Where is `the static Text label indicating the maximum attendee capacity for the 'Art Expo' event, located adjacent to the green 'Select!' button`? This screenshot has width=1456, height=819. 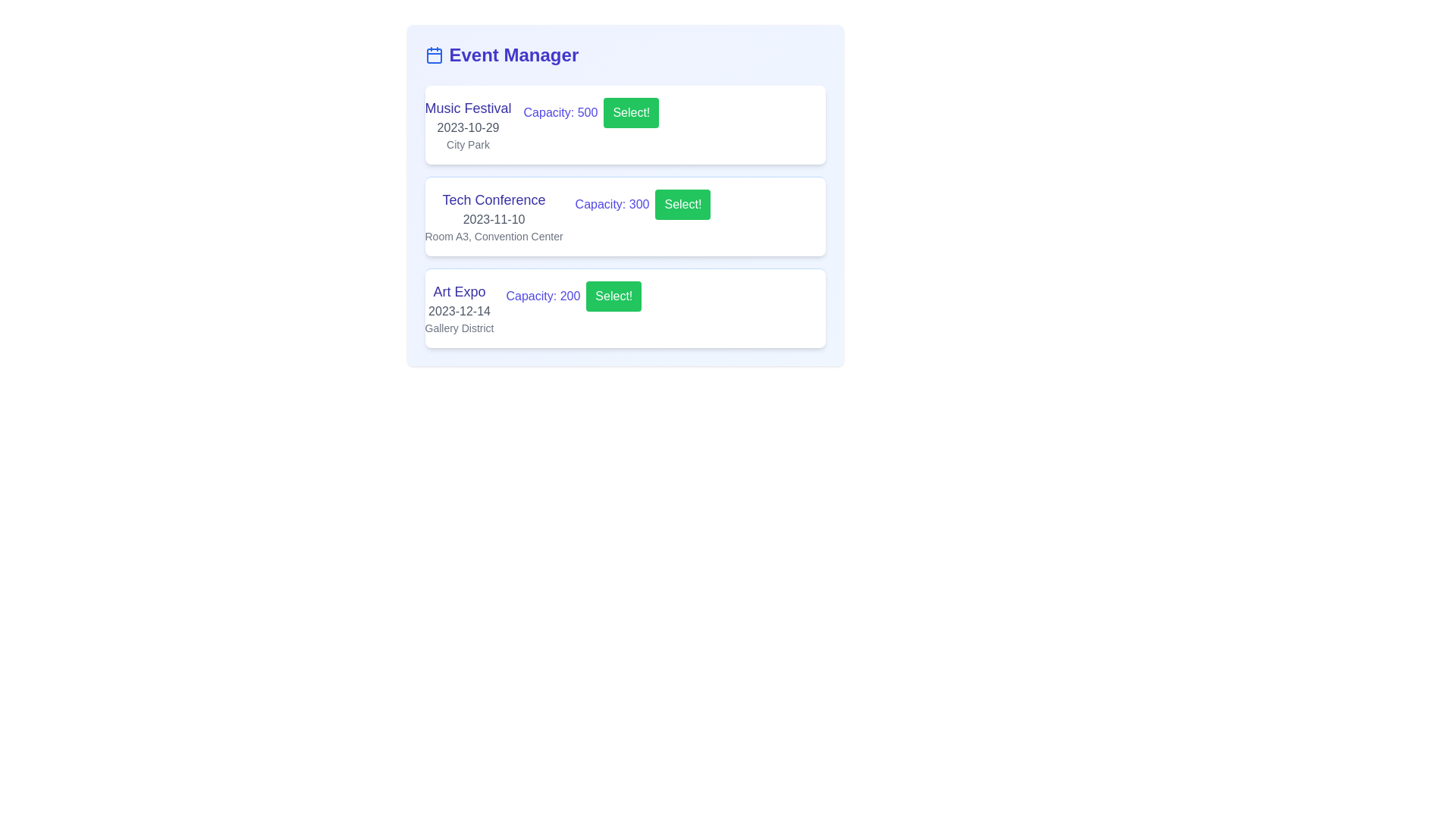 the static Text label indicating the maximum attendee capacity for the 'Art Expo' event, located adjacent to the green 'Select!' button is located at coordinates (543, 296).